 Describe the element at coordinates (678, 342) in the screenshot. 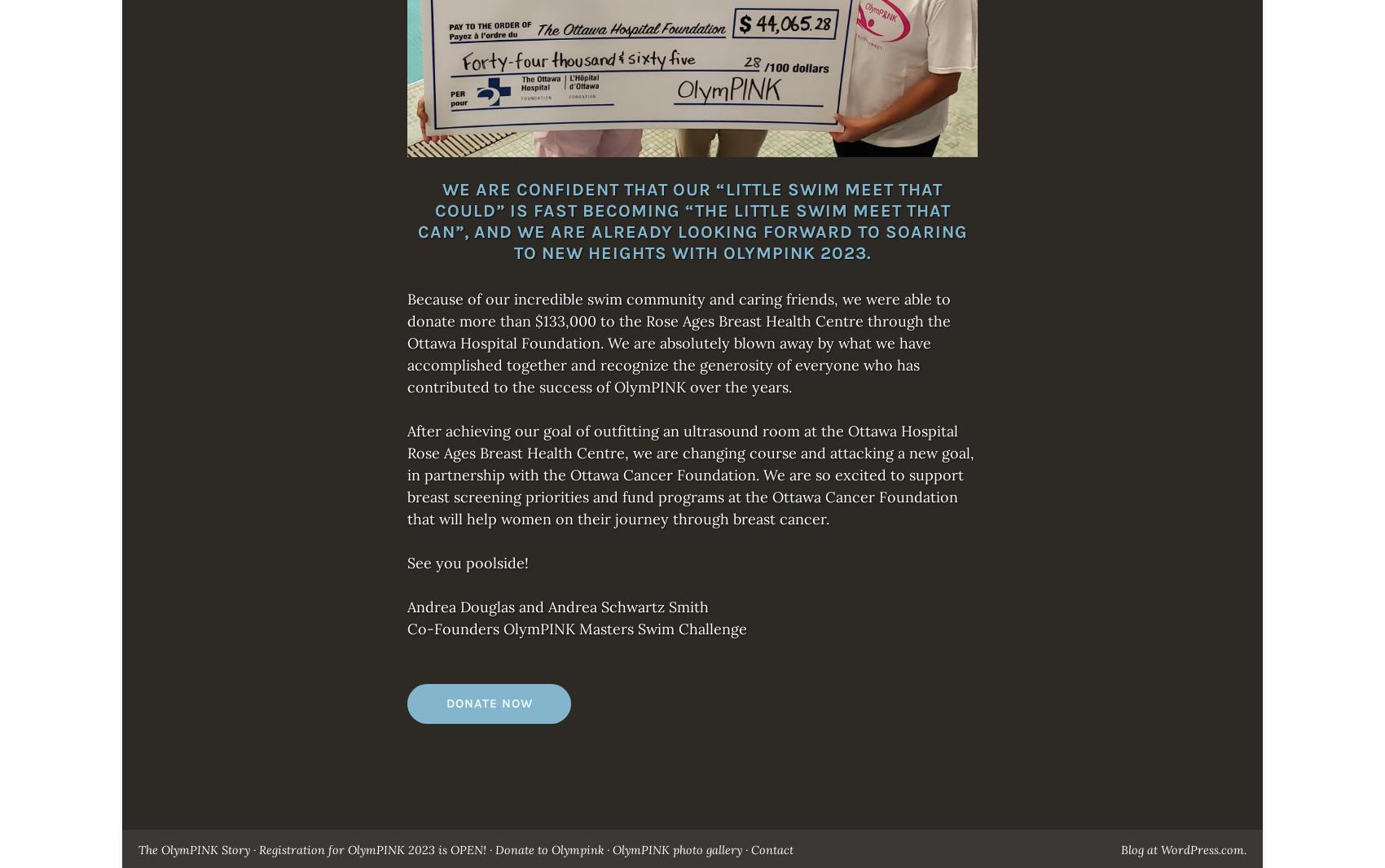

I see `'Because of our incredible swim community and caring friends, we were able to donate more than $133,000 to the Rose Ages Breast Health Centre through the Ottawa Hospital Foundation. We are absolutely blown away by what we have accomplished together and recognize the generosity of everyone who has contributed to the success of OlymPINK over the years.'` at that location.